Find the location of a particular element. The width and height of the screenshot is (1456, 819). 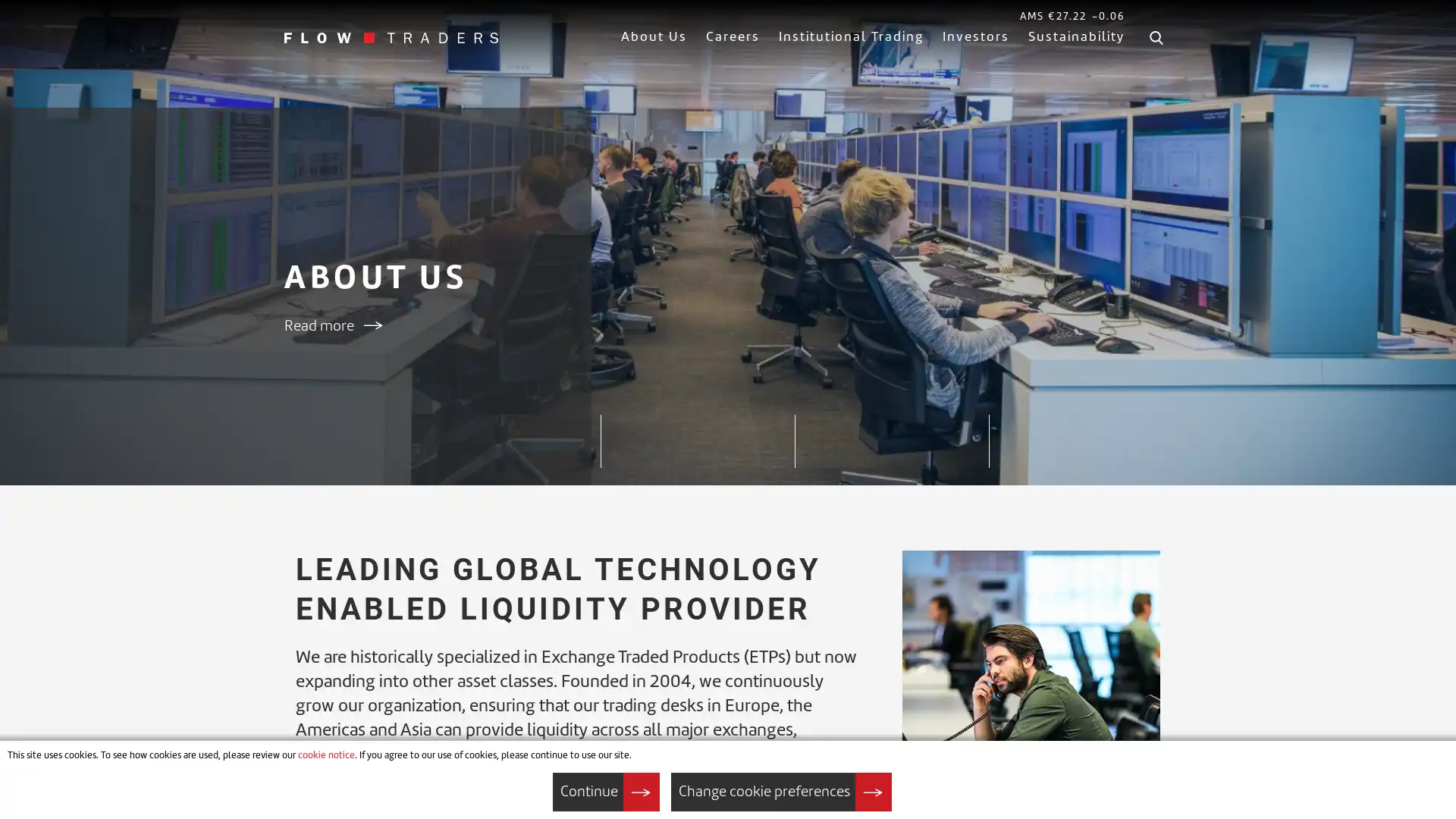

Continue is located at coordinates (605, 791).